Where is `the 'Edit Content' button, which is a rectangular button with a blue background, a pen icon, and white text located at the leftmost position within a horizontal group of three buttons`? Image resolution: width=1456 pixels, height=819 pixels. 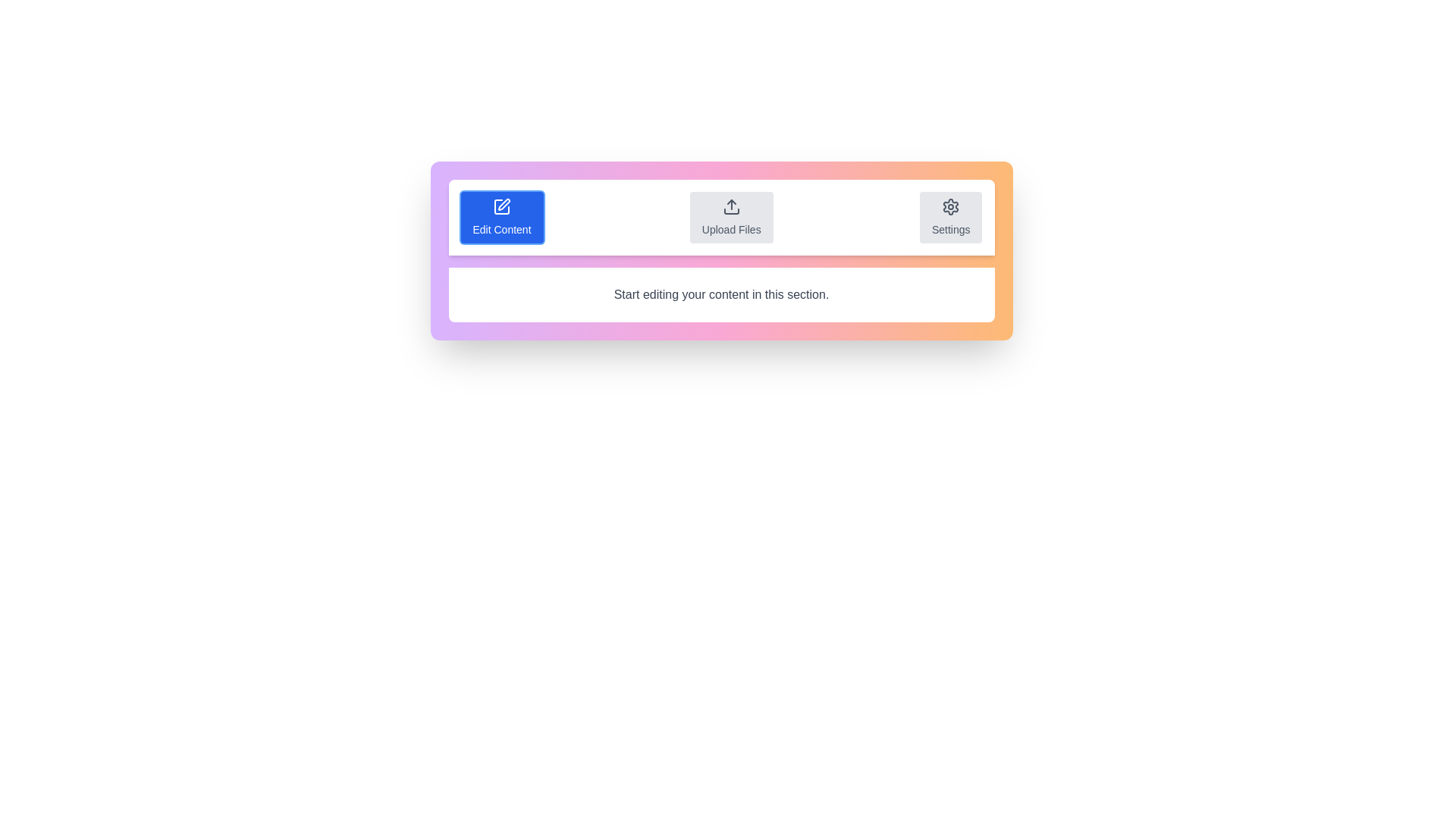
the 'Edit Content' button, which is a rectangular button with a blue background, a pen icon, and white text located at the leftmost position within a horizontal group of three buttons is located at coordinates (502, 217).